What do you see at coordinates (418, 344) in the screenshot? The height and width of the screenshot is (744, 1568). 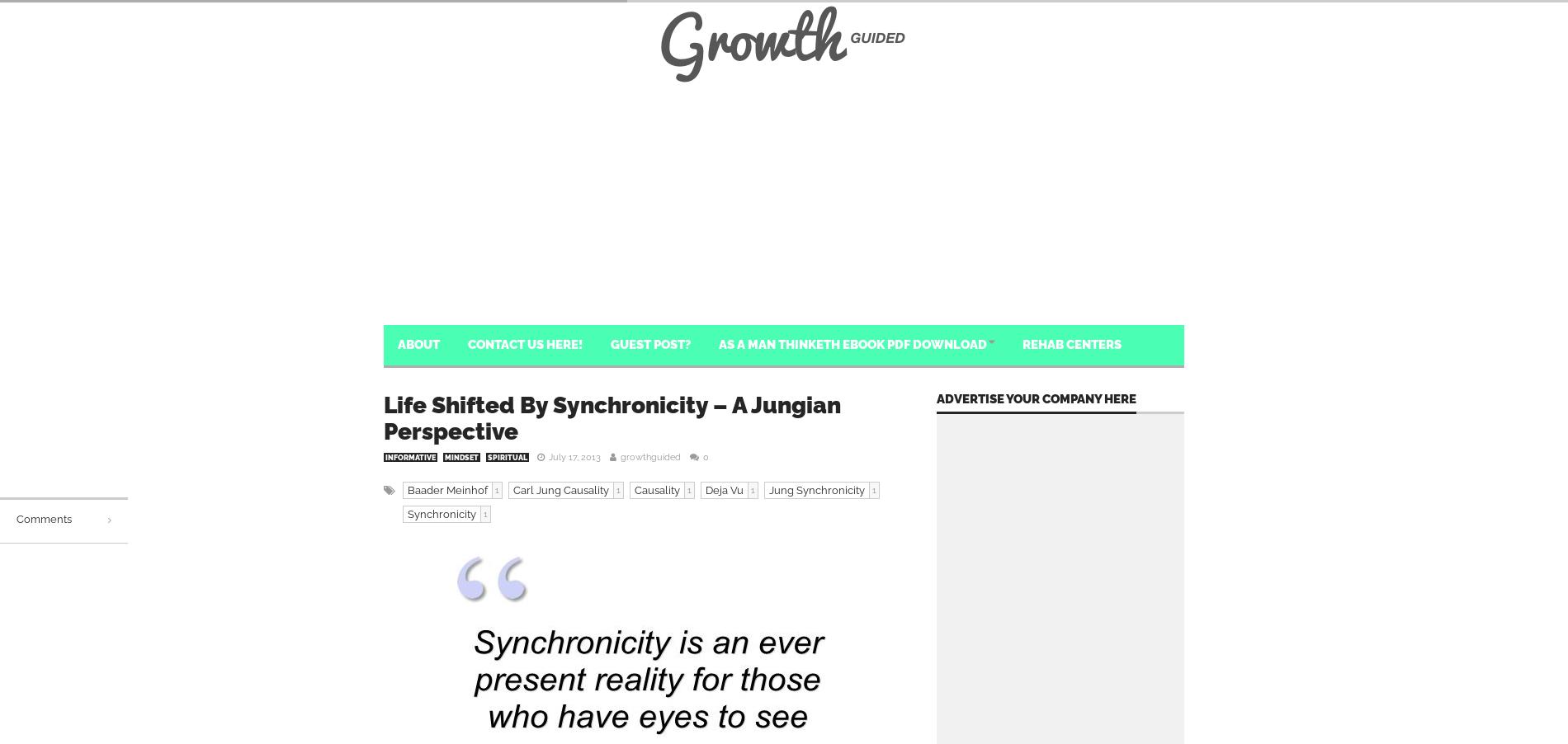 I see `'About'` at bounding box center [418, 344].